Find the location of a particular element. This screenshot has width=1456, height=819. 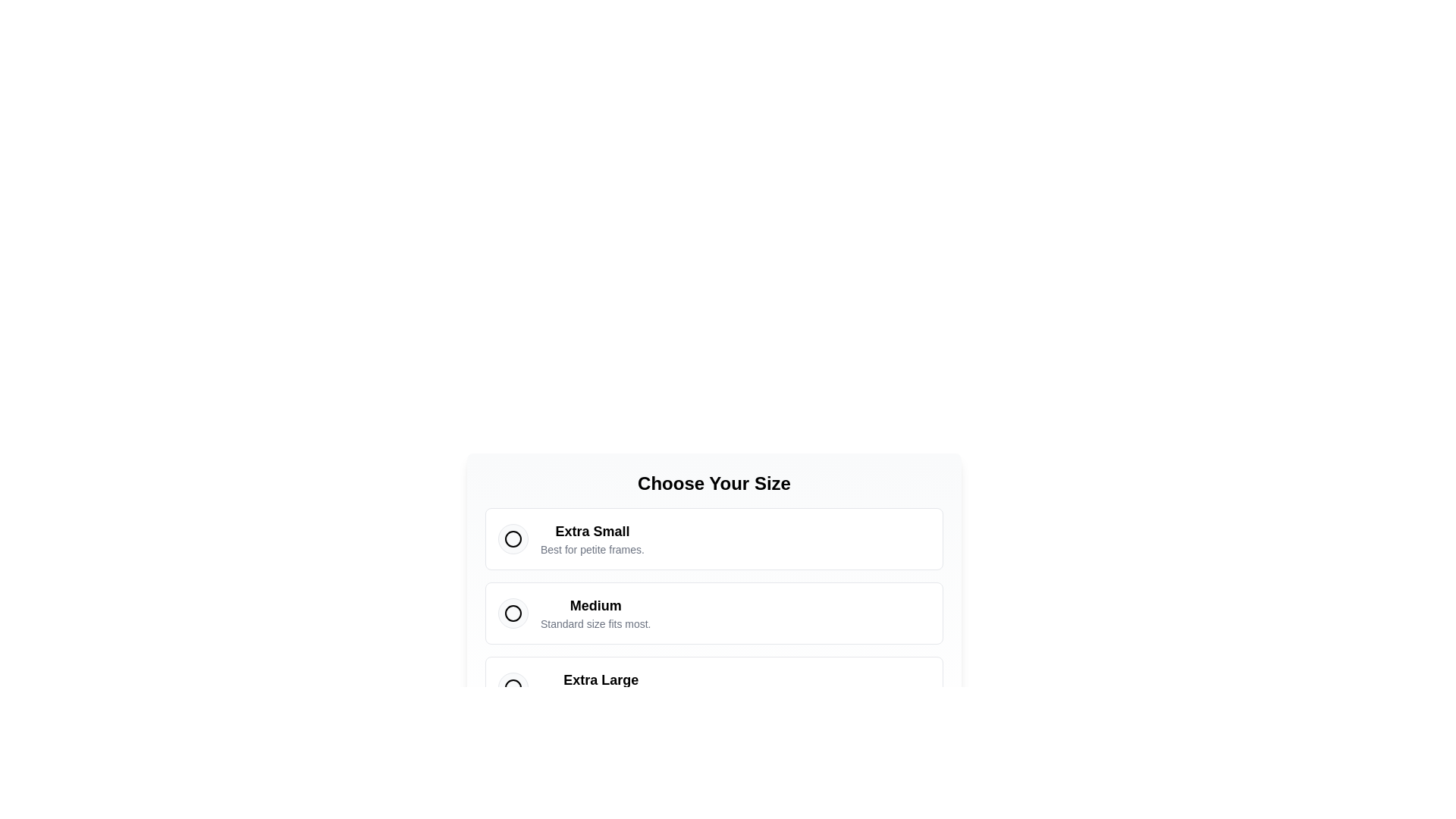

text from the 'Medium' size option label, which indicates the 'Medium' size selection and is located centrally in the list of size options is located at coordinates (595, 604).